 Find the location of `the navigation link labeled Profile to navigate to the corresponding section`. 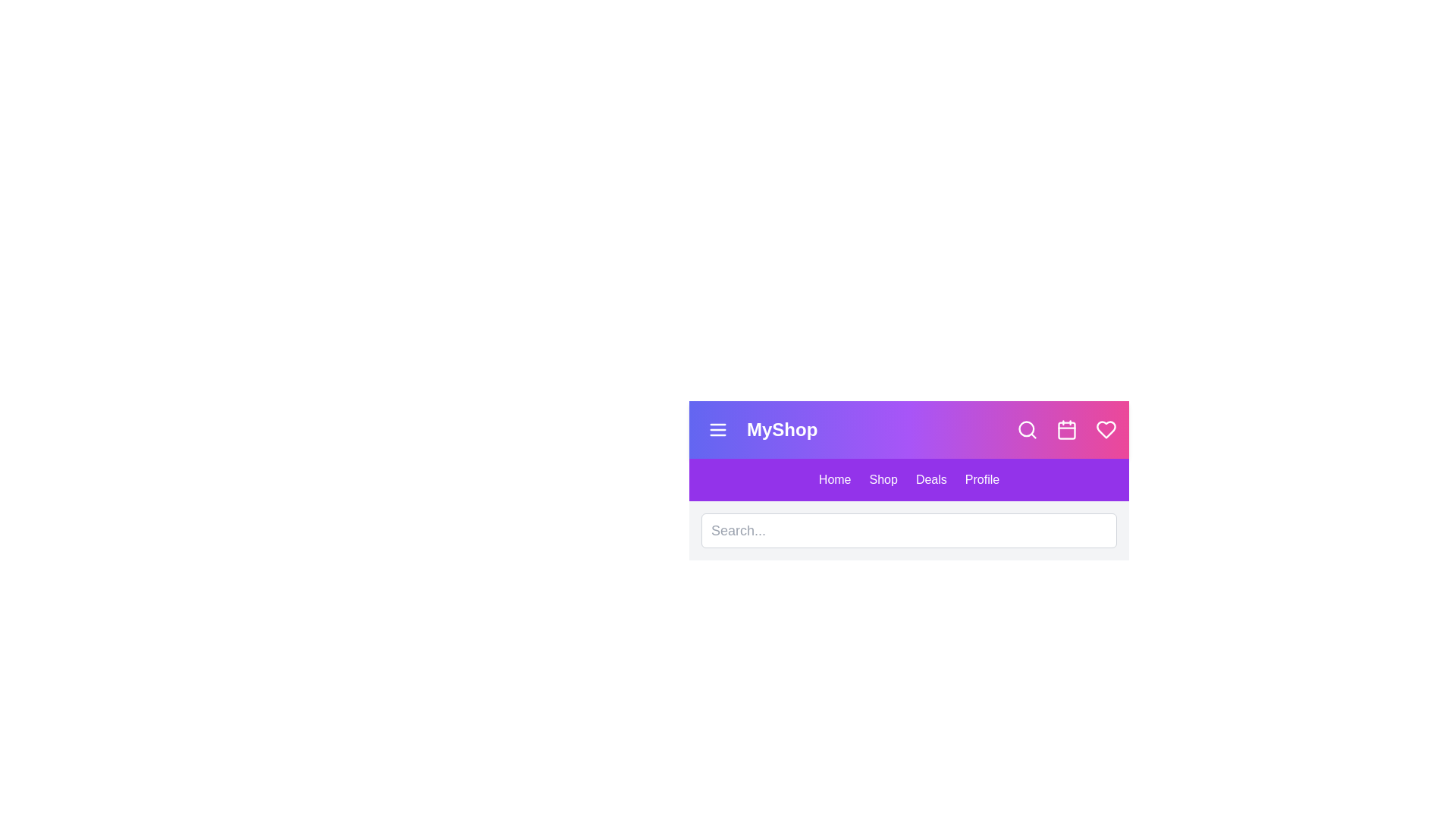

the navigation link labeled Profile to navigate to the corresponding section is located at coordinates (982, 479).